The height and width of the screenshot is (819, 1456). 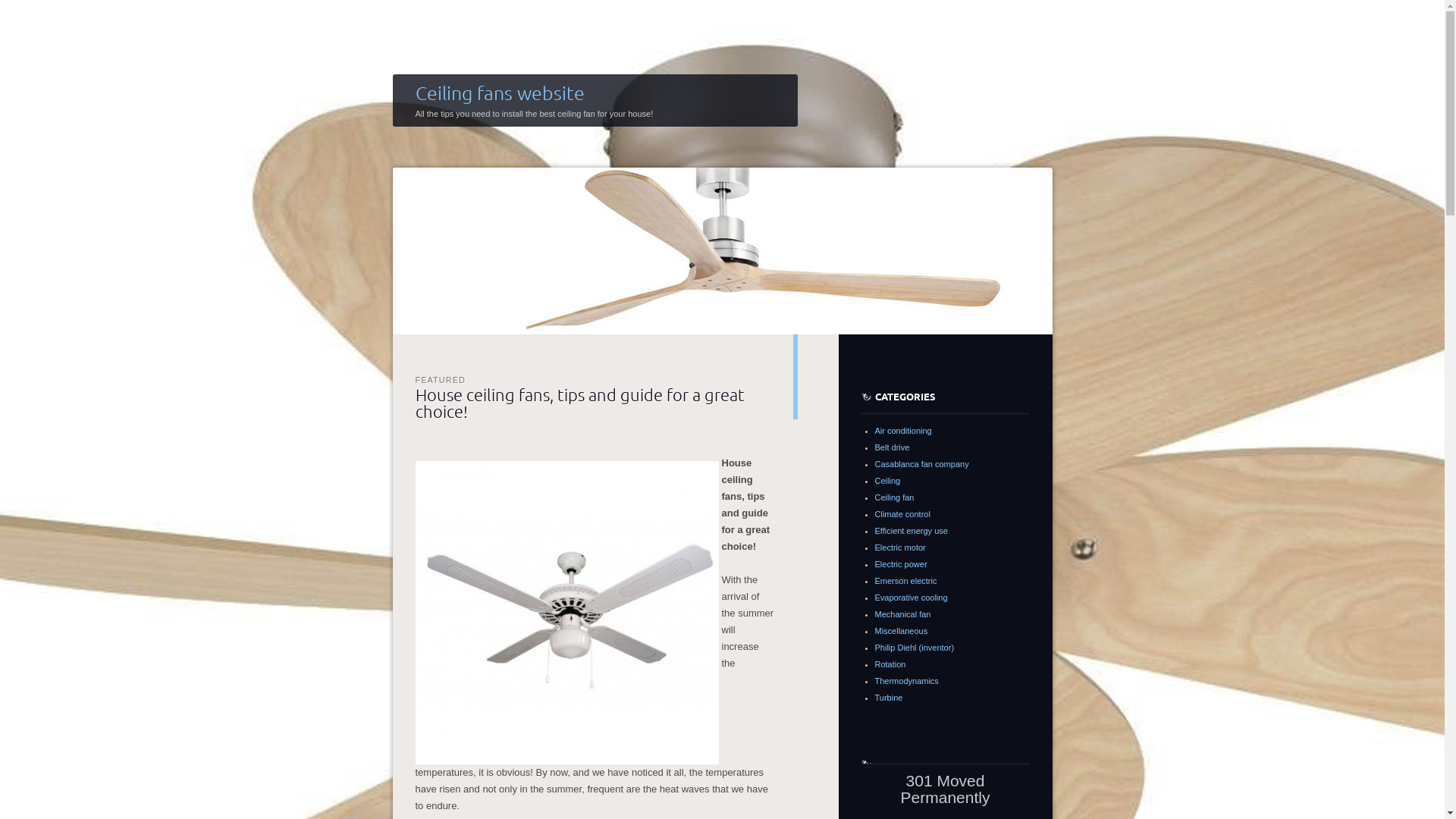 I want to click on 'House ceiling fans, tips and guide for a great choice!', so click(x=579, y=400).